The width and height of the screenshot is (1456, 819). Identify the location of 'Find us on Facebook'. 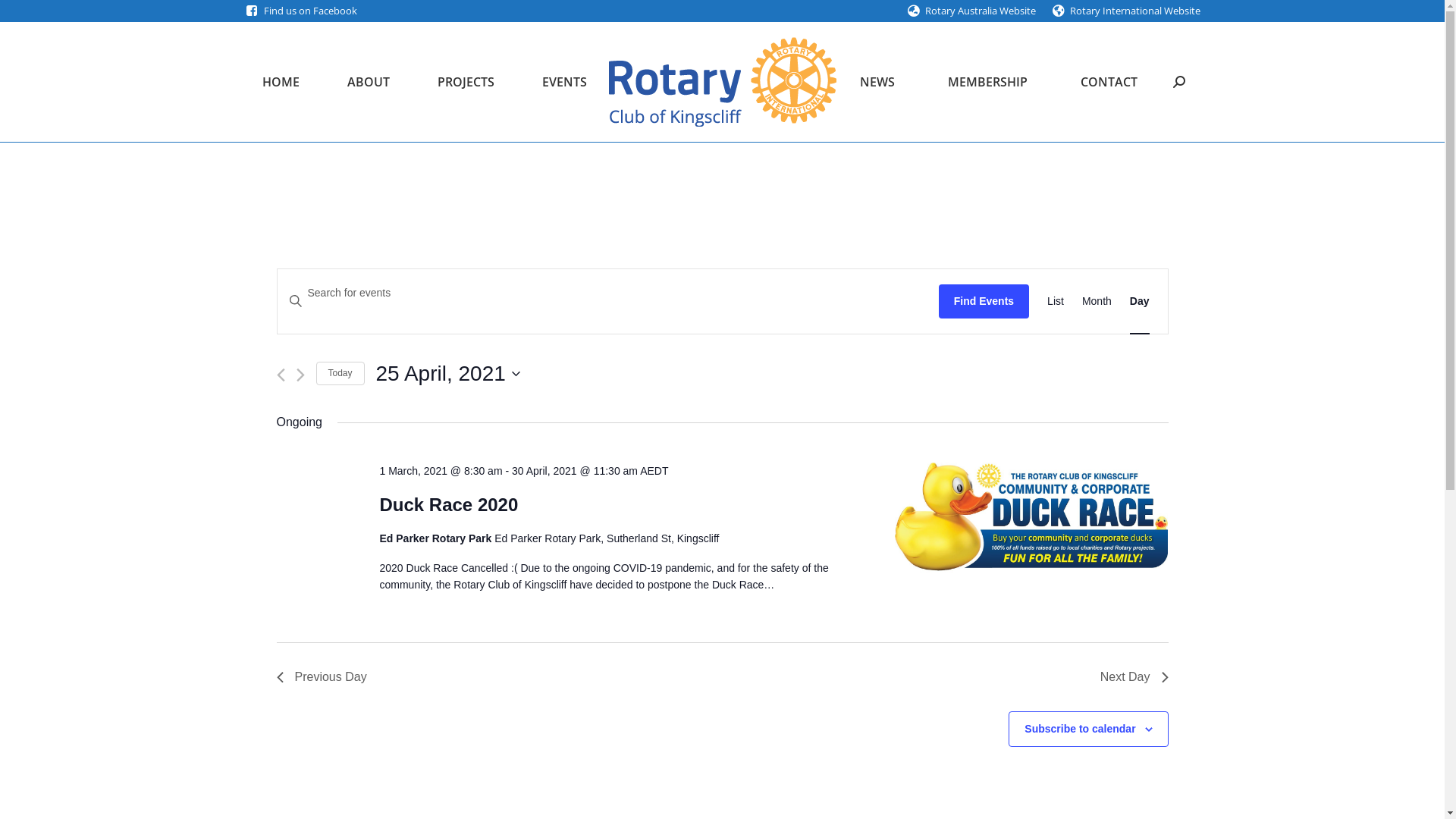
(309, 11).